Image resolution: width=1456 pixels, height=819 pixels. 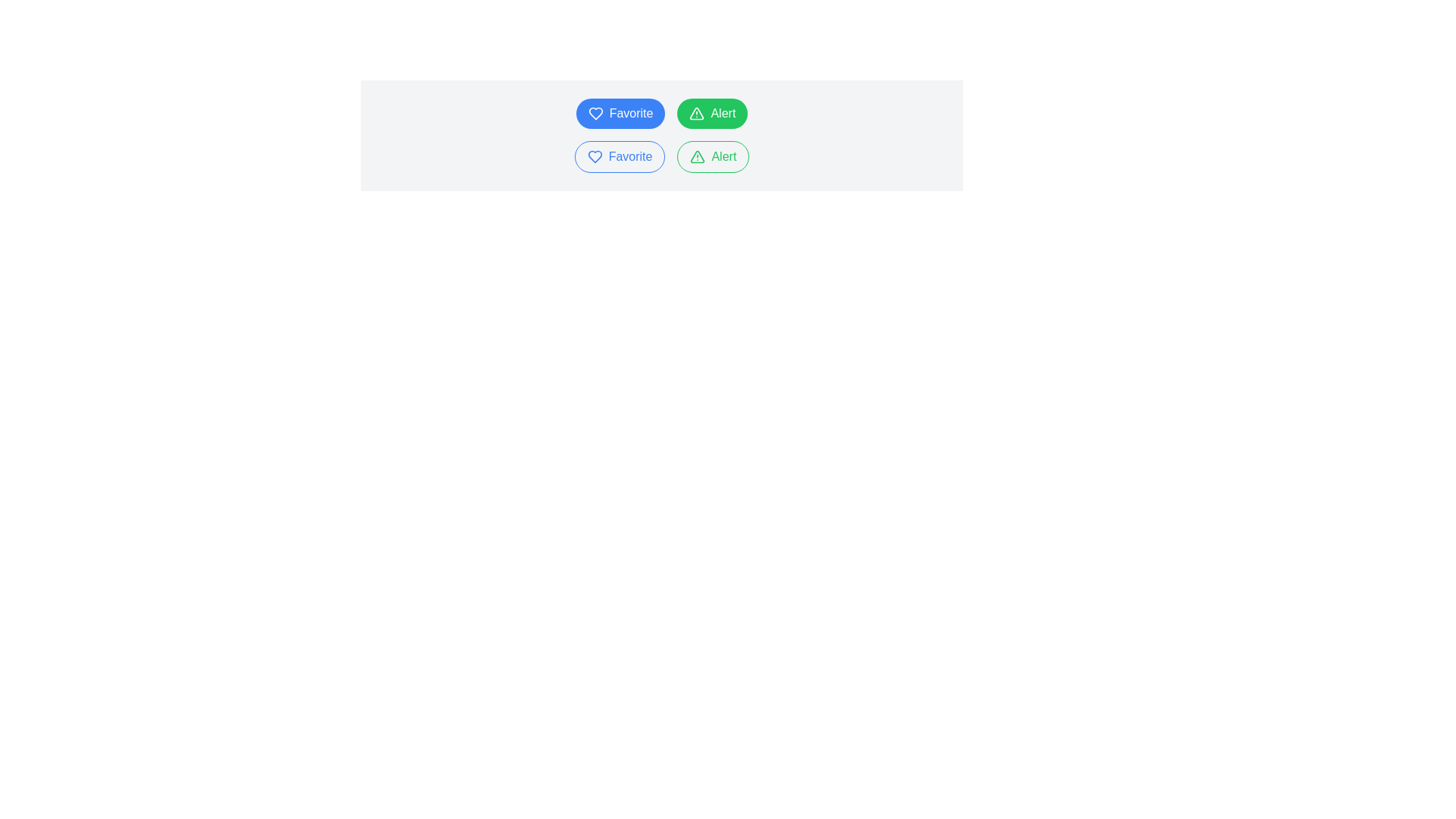 What do you see at coordinates (595, 113) in the screenshot?
I see `the 'Favorite' icon located on the top row within the blue button labeled 'Favorite', positioned at the left side of the button group in the top center of the interface` at bounding box center [595, 113].